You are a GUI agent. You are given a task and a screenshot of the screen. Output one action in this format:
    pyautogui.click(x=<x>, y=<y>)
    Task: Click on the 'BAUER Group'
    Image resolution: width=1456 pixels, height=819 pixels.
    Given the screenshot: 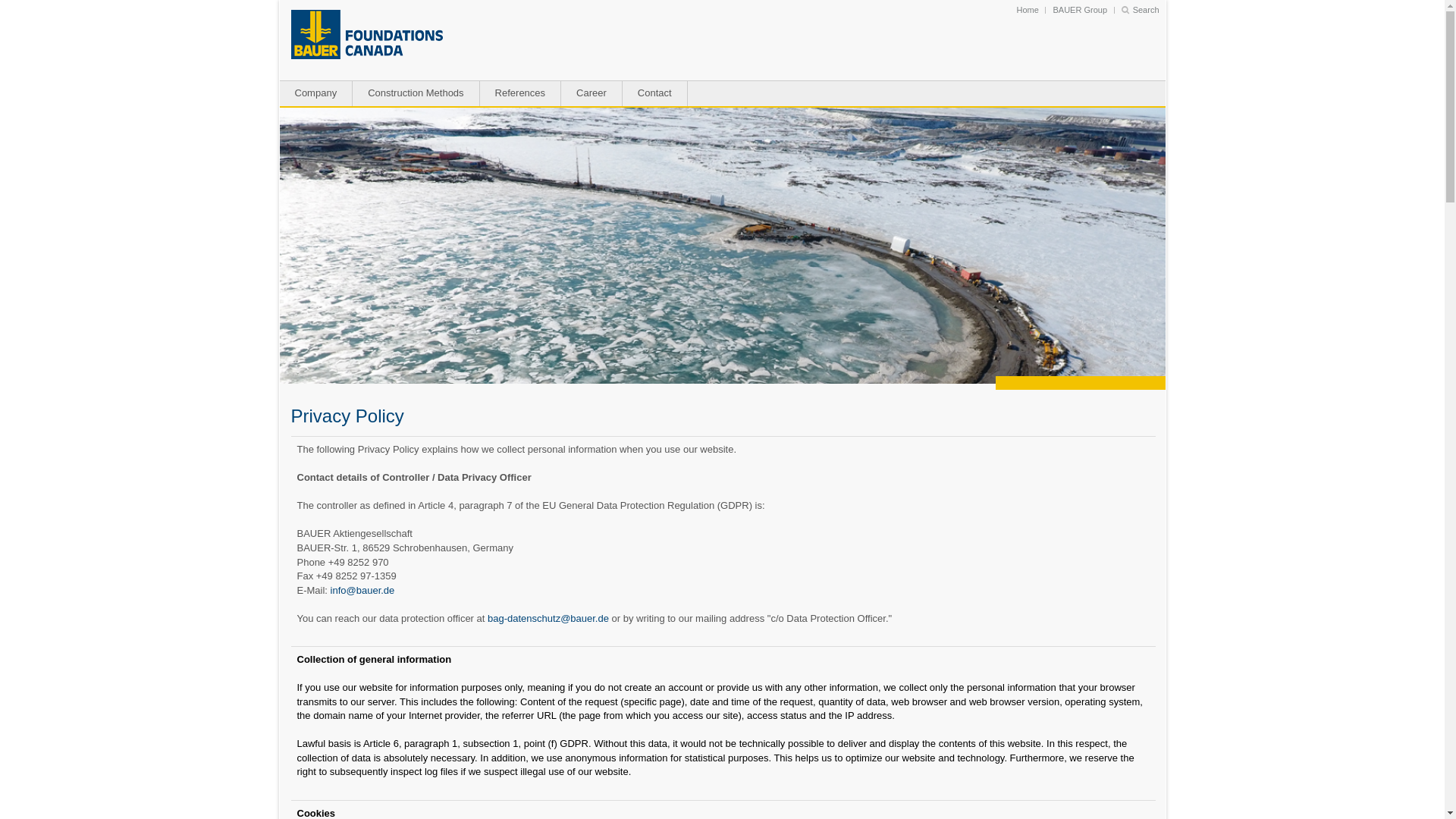 What is the action you would take?
    pyautogui.click(x=1079, y=9)
    